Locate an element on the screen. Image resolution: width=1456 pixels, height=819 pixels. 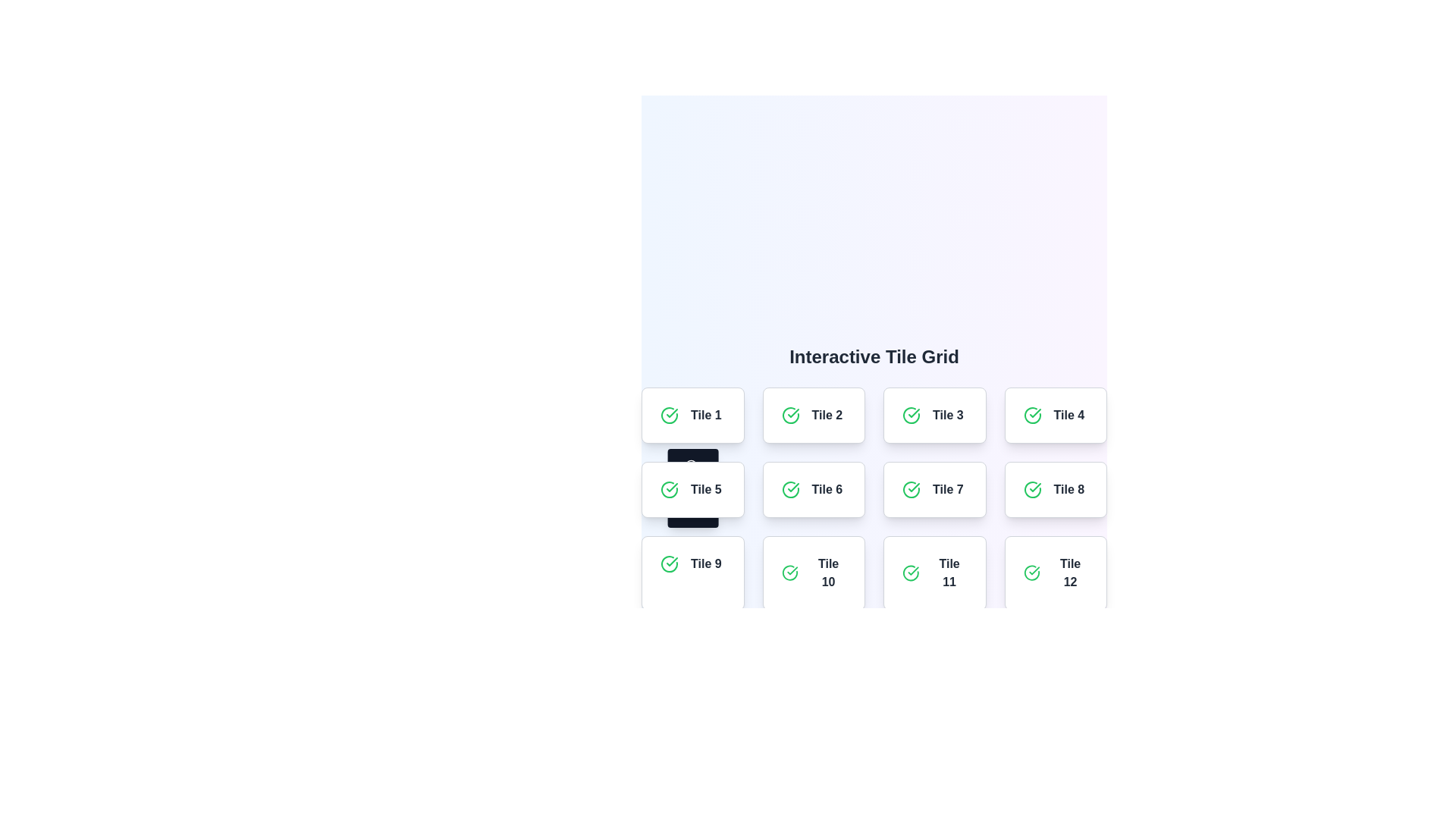
the Grouped component consisting of a green checkmark icon and the bold text 'Tile 8', located in the second row, fourth tile from the left is located at coordinates (1055, 489).